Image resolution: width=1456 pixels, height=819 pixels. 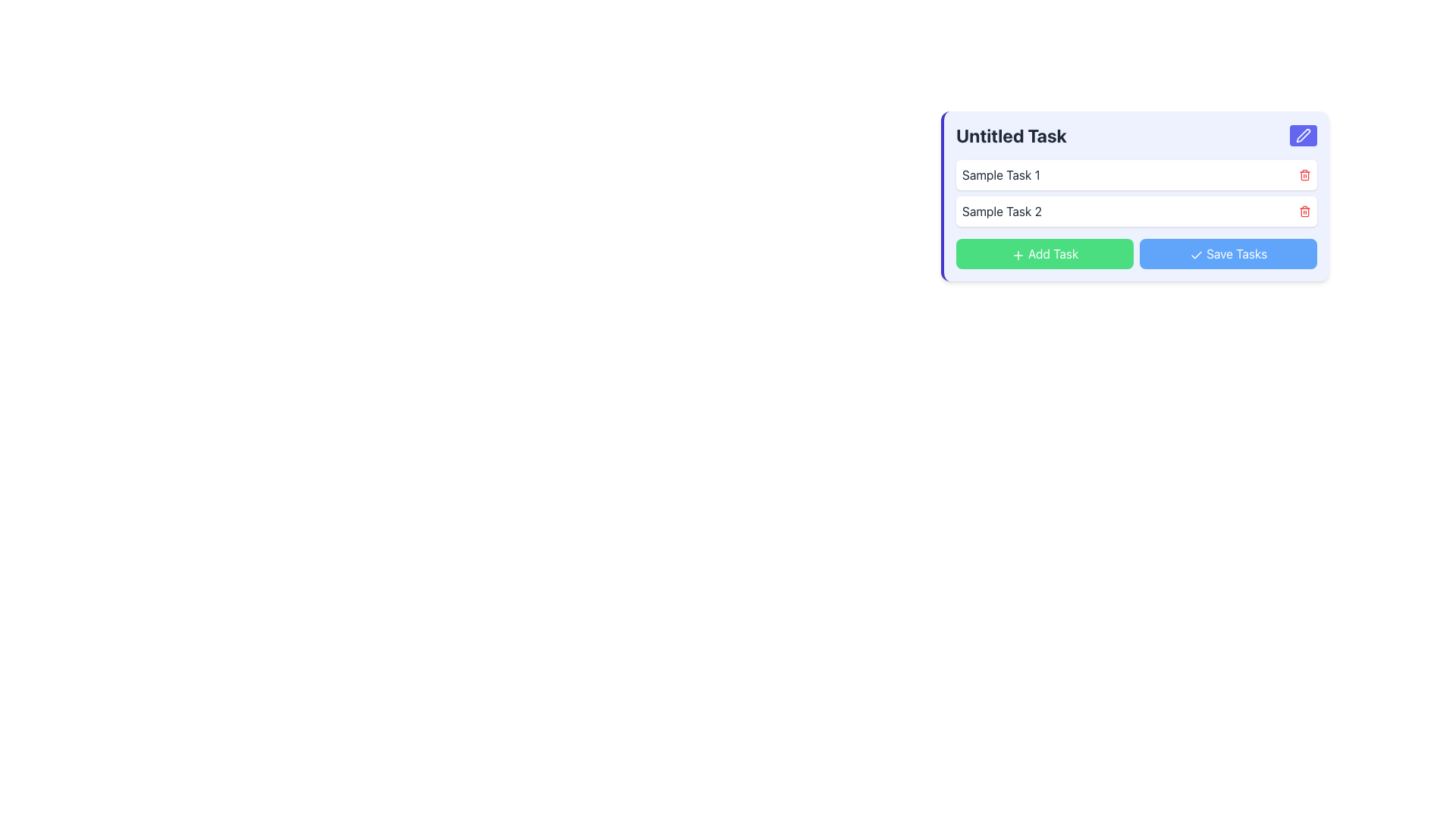 I want to click on the static text label displaying the name of the second task in the task list, located between 'Sample Task 1' and the '+' button, so click(x=1002, y=211).